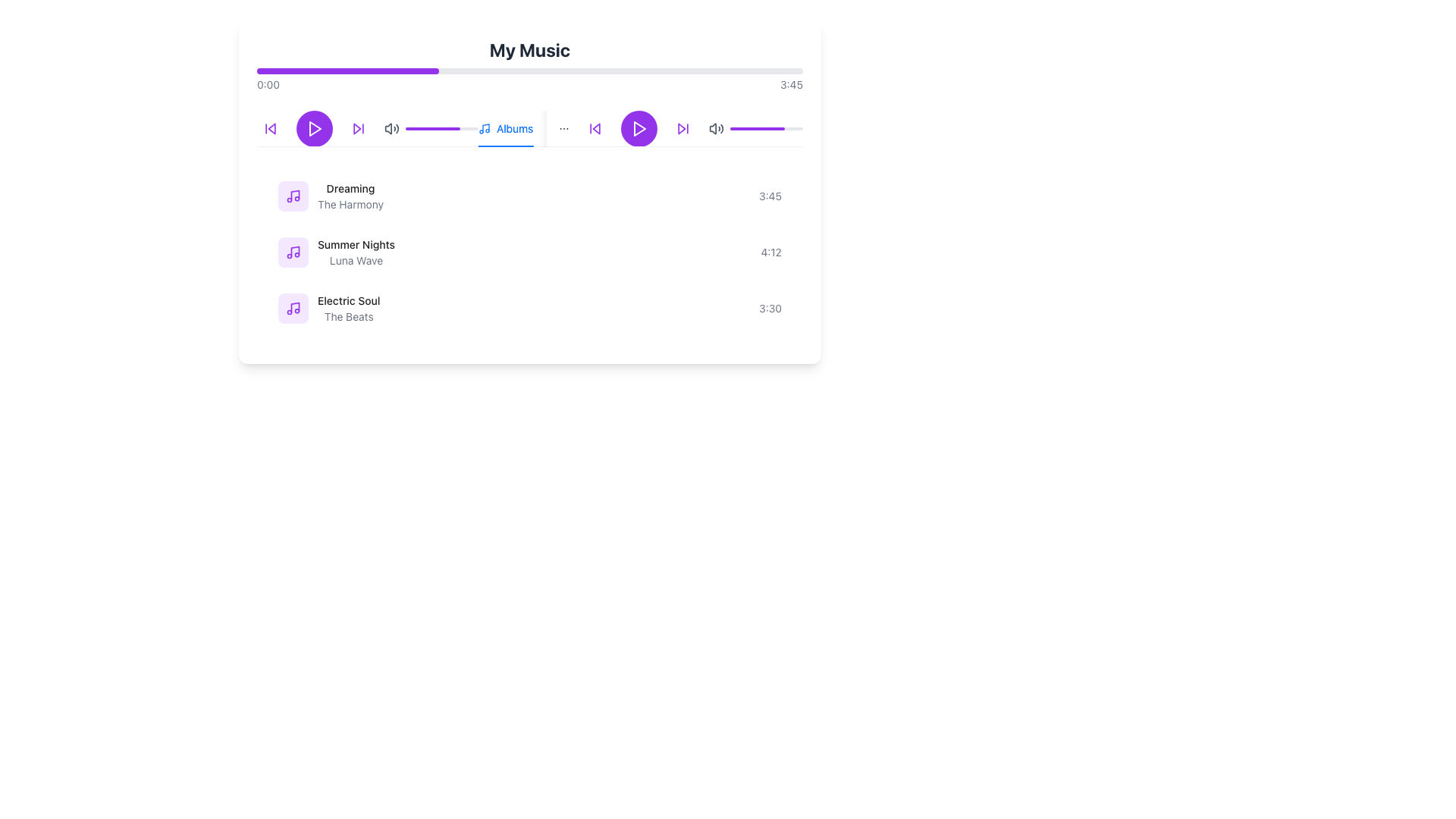  Describe the element at coordinates (415, 127) in the screenshot. I see `playback position` at that location.